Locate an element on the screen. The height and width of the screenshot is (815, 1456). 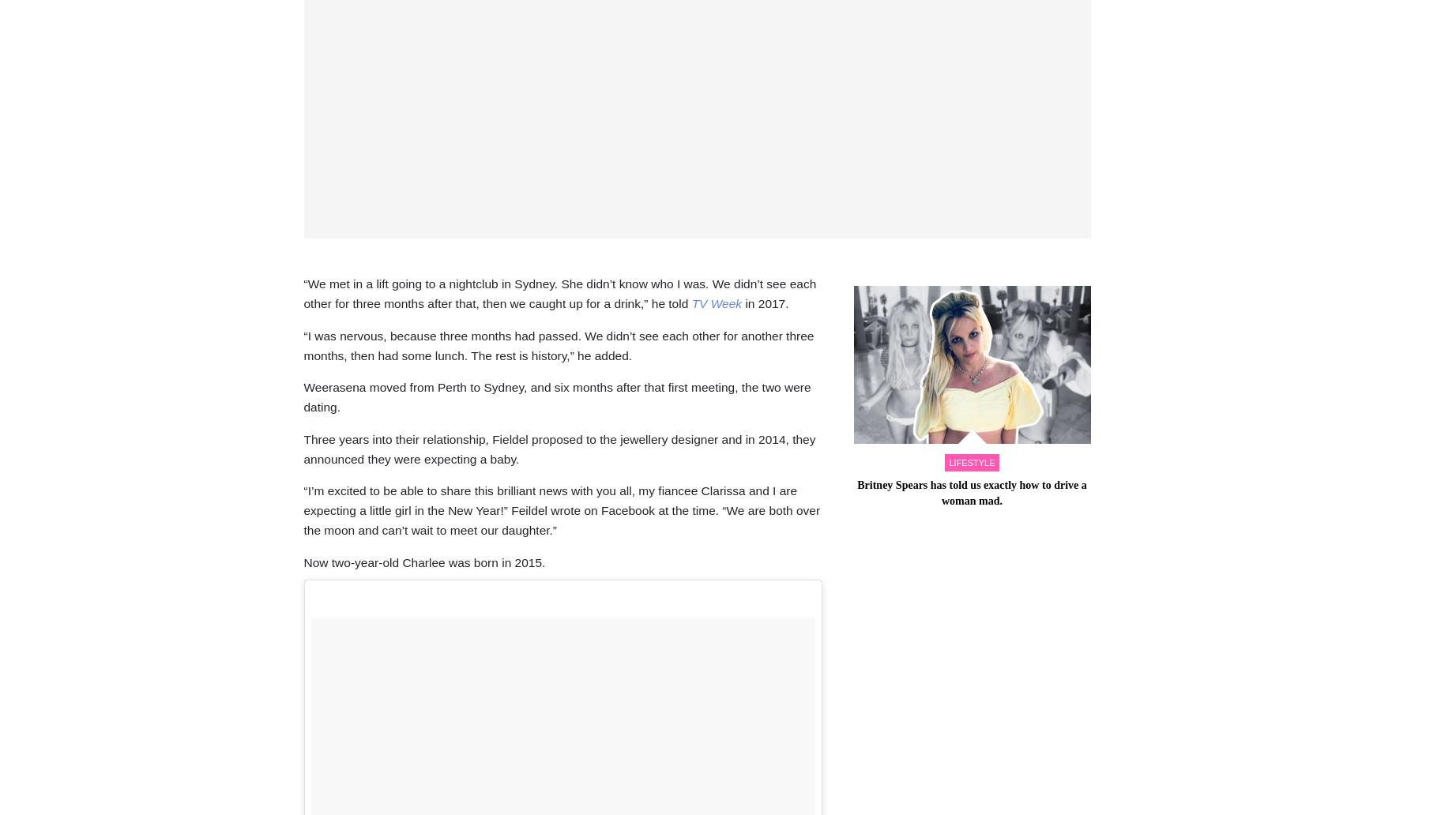
'“I’m excited to be able to share this brilliant news with you all, my fiancee Clarissa and I are expecting a little girl in the New Year!” Feildel wrote on Facebook at the time. “We are both over the moon and can’t wait to meet our daughter.”' is located at coordinates (561, 509).